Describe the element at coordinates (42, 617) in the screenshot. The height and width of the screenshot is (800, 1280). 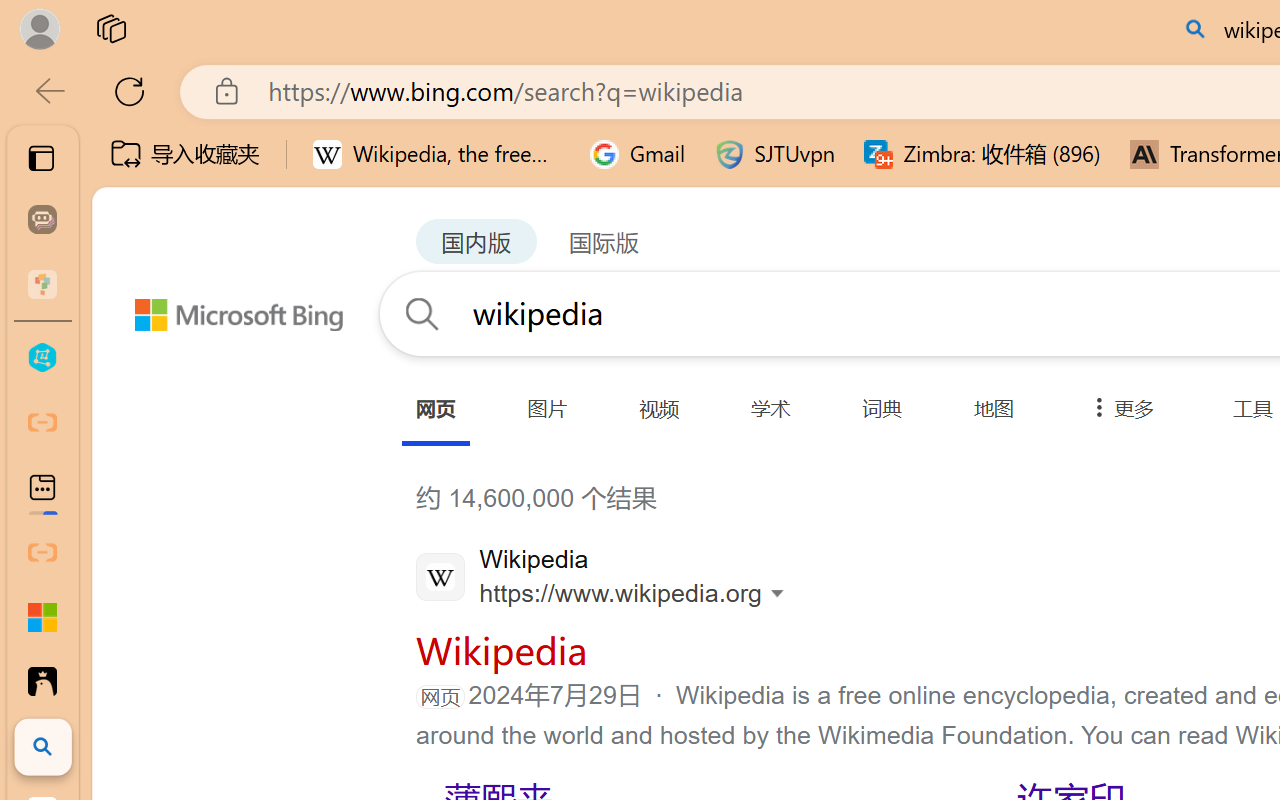
I see `'Adjust indents and spacing - Microsoft Support'` at that location.